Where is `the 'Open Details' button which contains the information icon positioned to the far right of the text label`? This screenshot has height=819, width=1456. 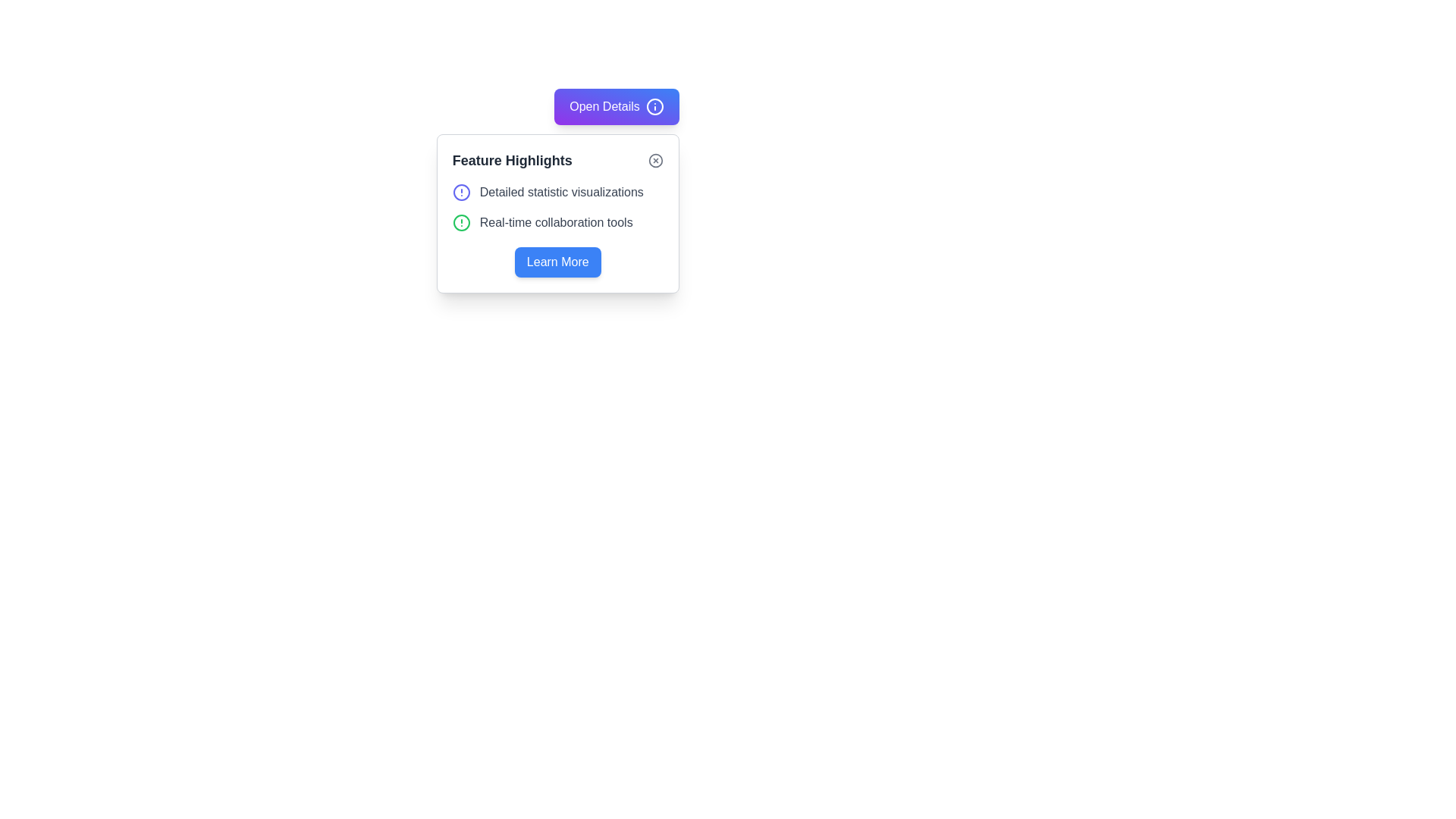 the 'Open Details' button which contains the information icon positioned to the far right of the text label is located at coordinates (654, 106).